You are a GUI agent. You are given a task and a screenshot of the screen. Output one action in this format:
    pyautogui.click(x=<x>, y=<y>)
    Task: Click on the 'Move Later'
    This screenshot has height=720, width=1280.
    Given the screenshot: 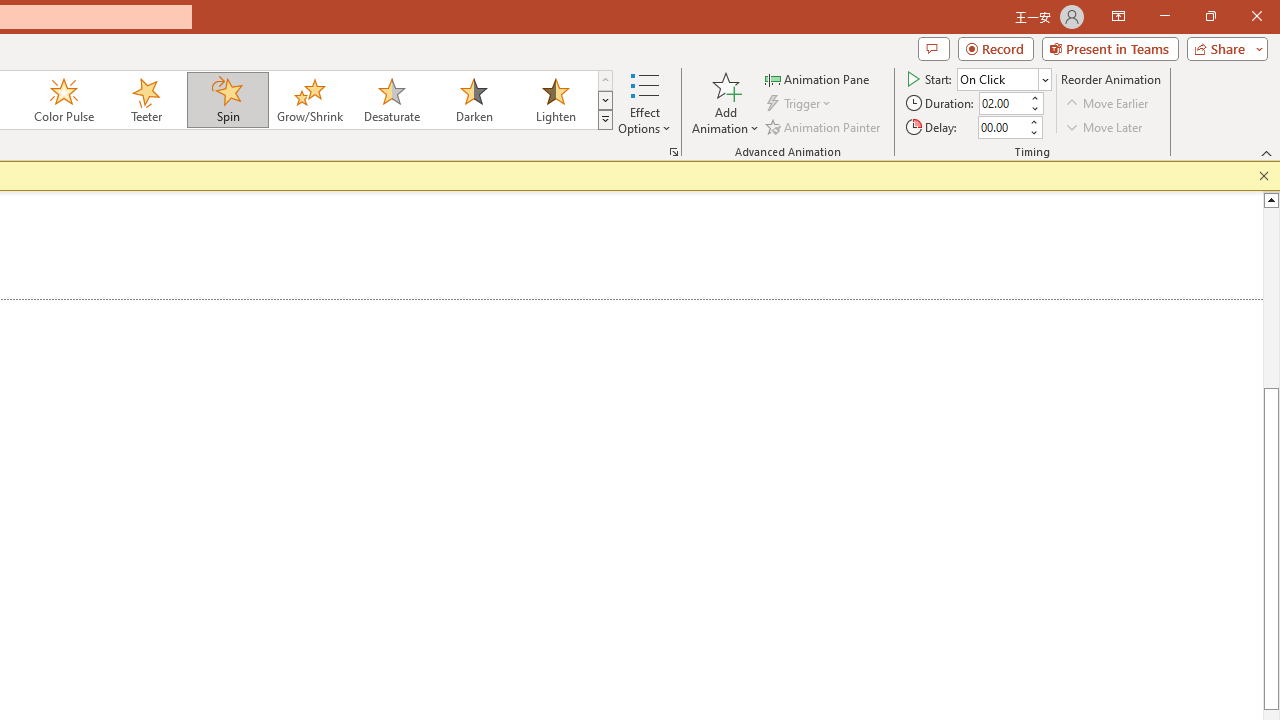 What is the action you would take?
    pyautogui.click(x=1104, y=127)
    